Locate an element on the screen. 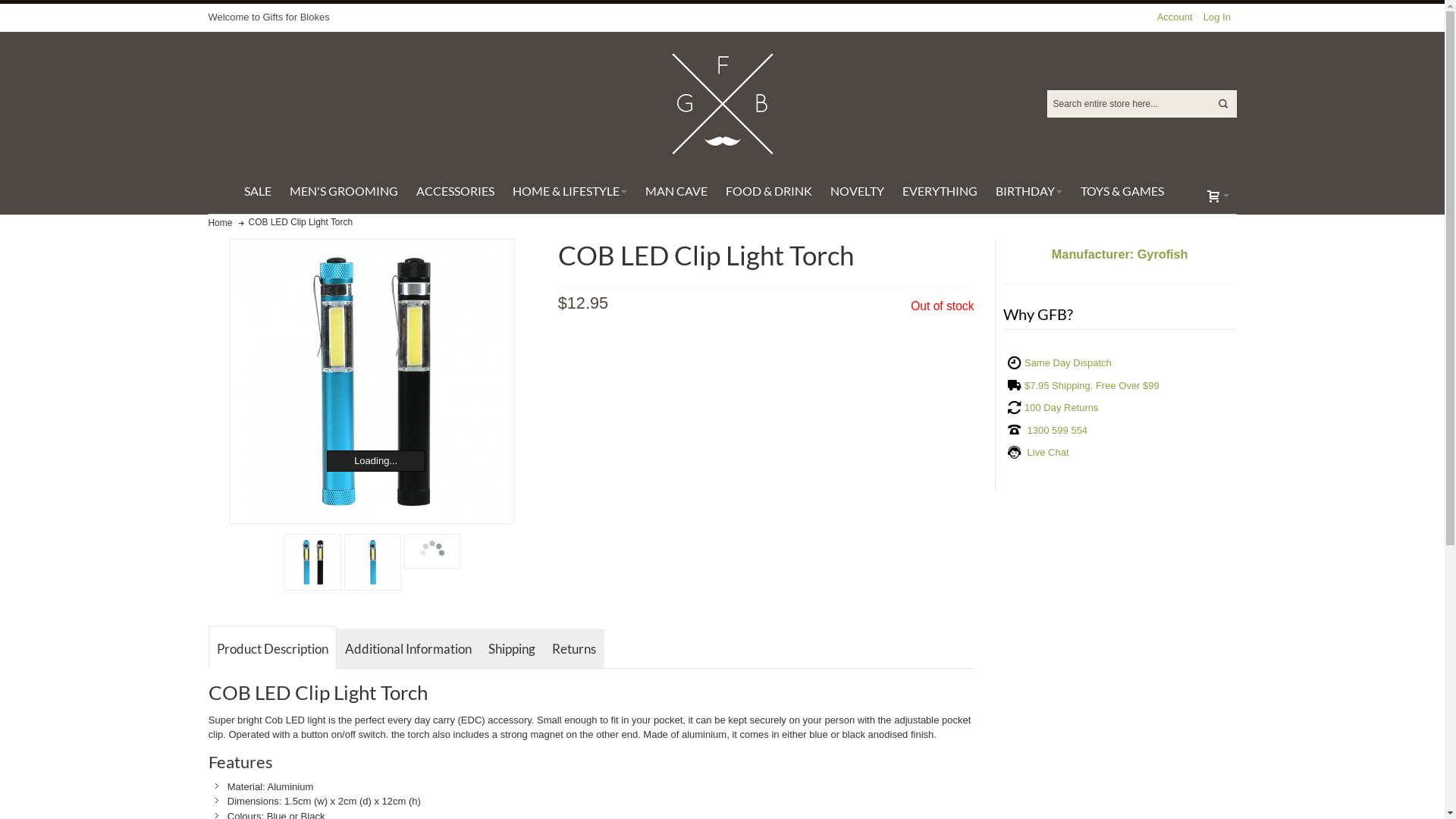 This screenshot has height=819, width=1456. 'Product Description' is located at coordinates (207, 646).